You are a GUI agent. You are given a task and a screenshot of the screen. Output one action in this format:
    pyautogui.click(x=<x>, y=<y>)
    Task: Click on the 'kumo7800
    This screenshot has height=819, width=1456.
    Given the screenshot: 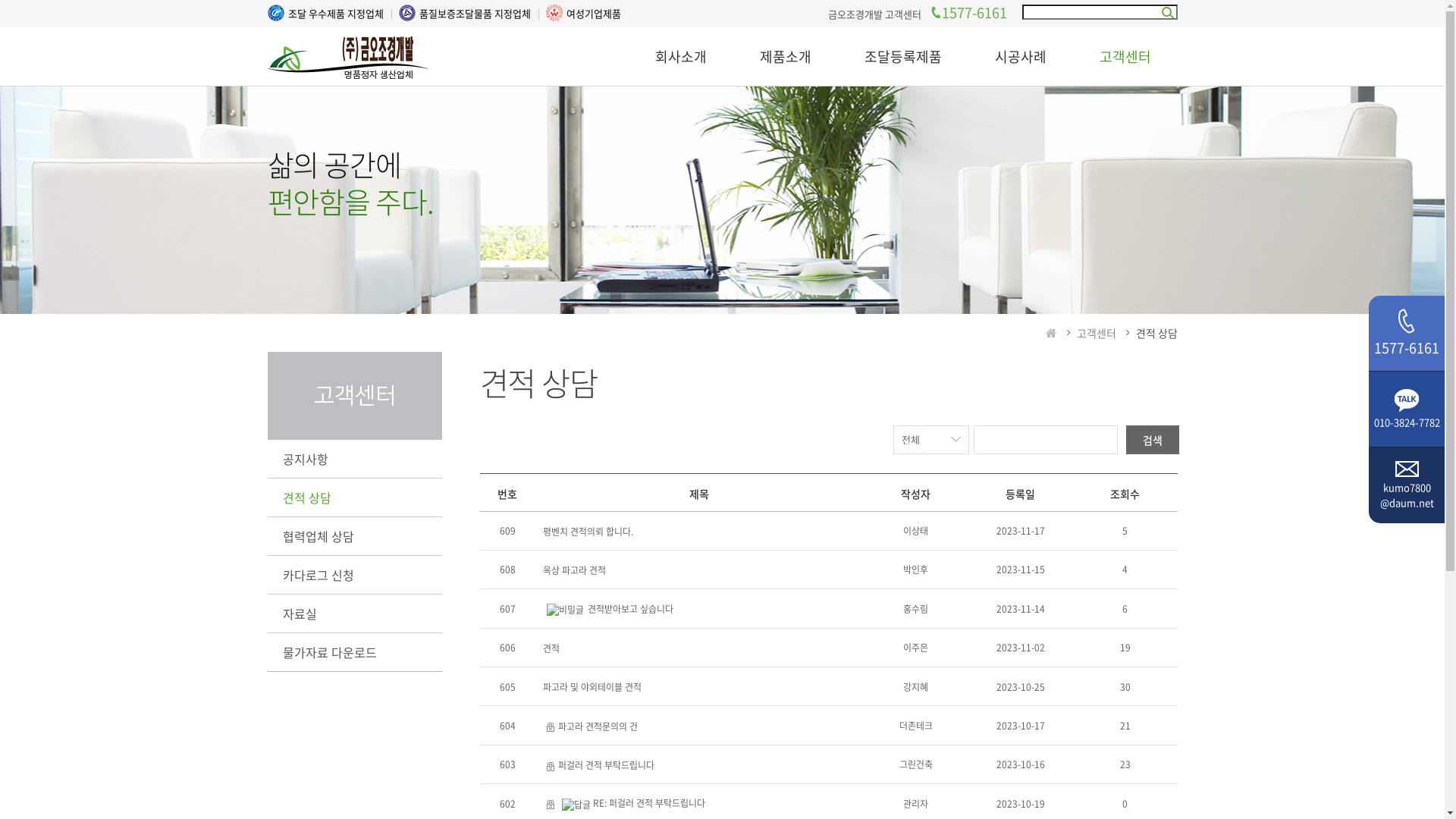 What is the action you would take?
    pyautogui.click(x=1406, y=494)
    